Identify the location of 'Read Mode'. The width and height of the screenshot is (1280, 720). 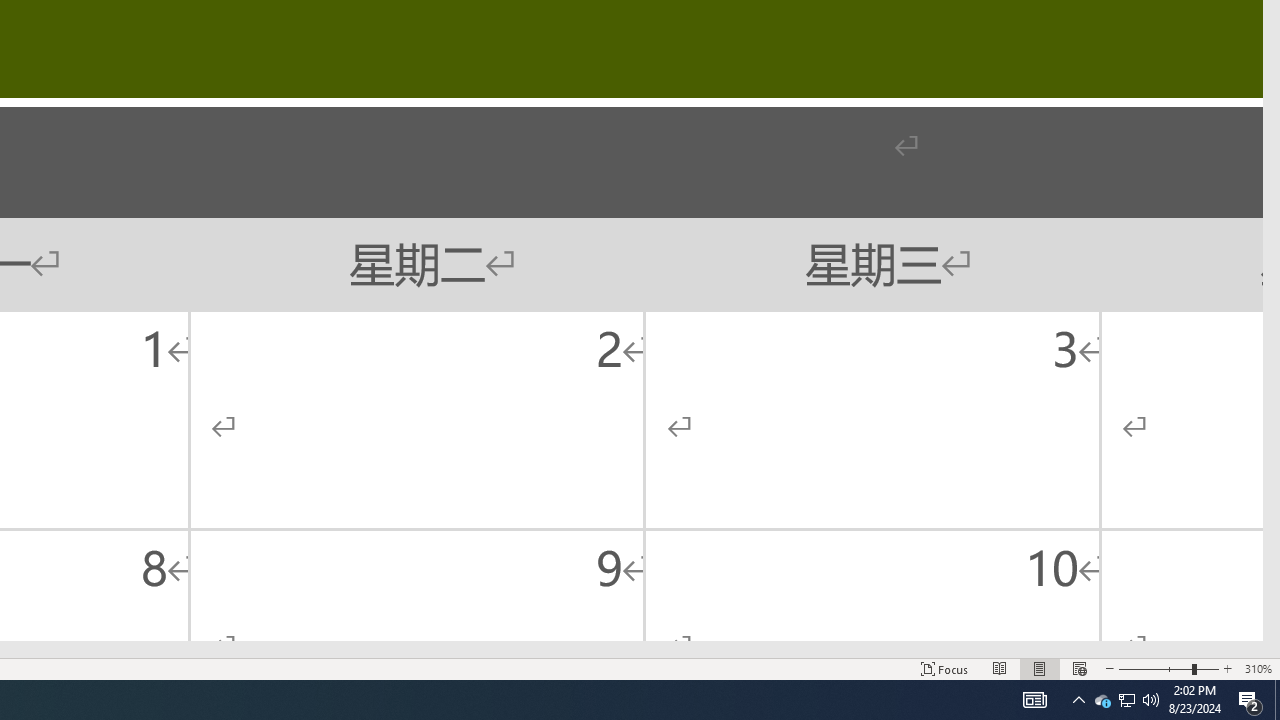
(1000, 669).